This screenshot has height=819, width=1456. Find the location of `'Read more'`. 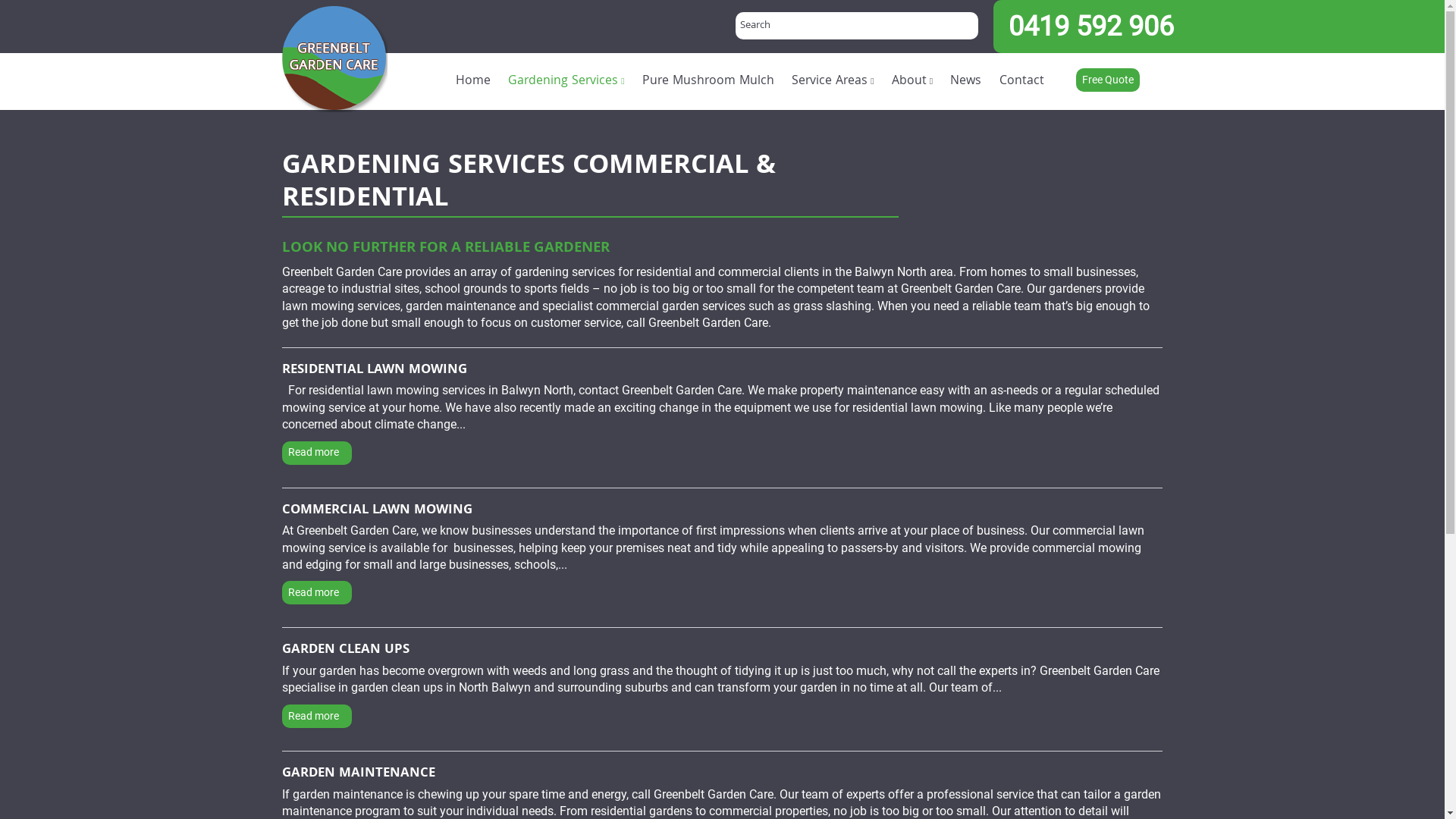

'Read more' is located at coordinates (315, 452).